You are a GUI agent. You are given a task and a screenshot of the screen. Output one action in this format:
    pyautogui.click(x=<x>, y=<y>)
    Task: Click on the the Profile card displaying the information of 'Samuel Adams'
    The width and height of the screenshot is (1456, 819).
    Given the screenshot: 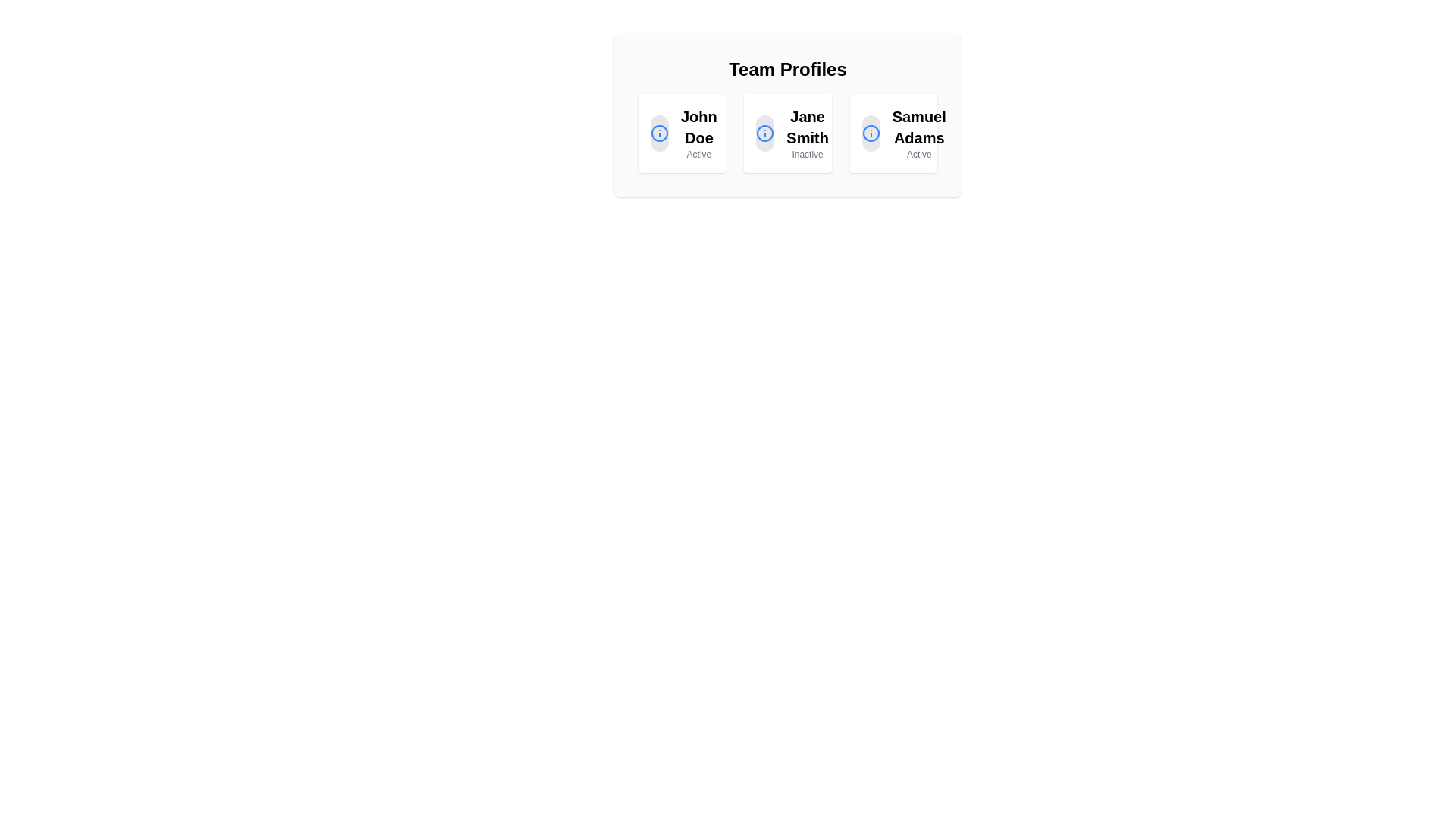 What is the action you would take?
    pyautogui.click(x=893, y=133)
    